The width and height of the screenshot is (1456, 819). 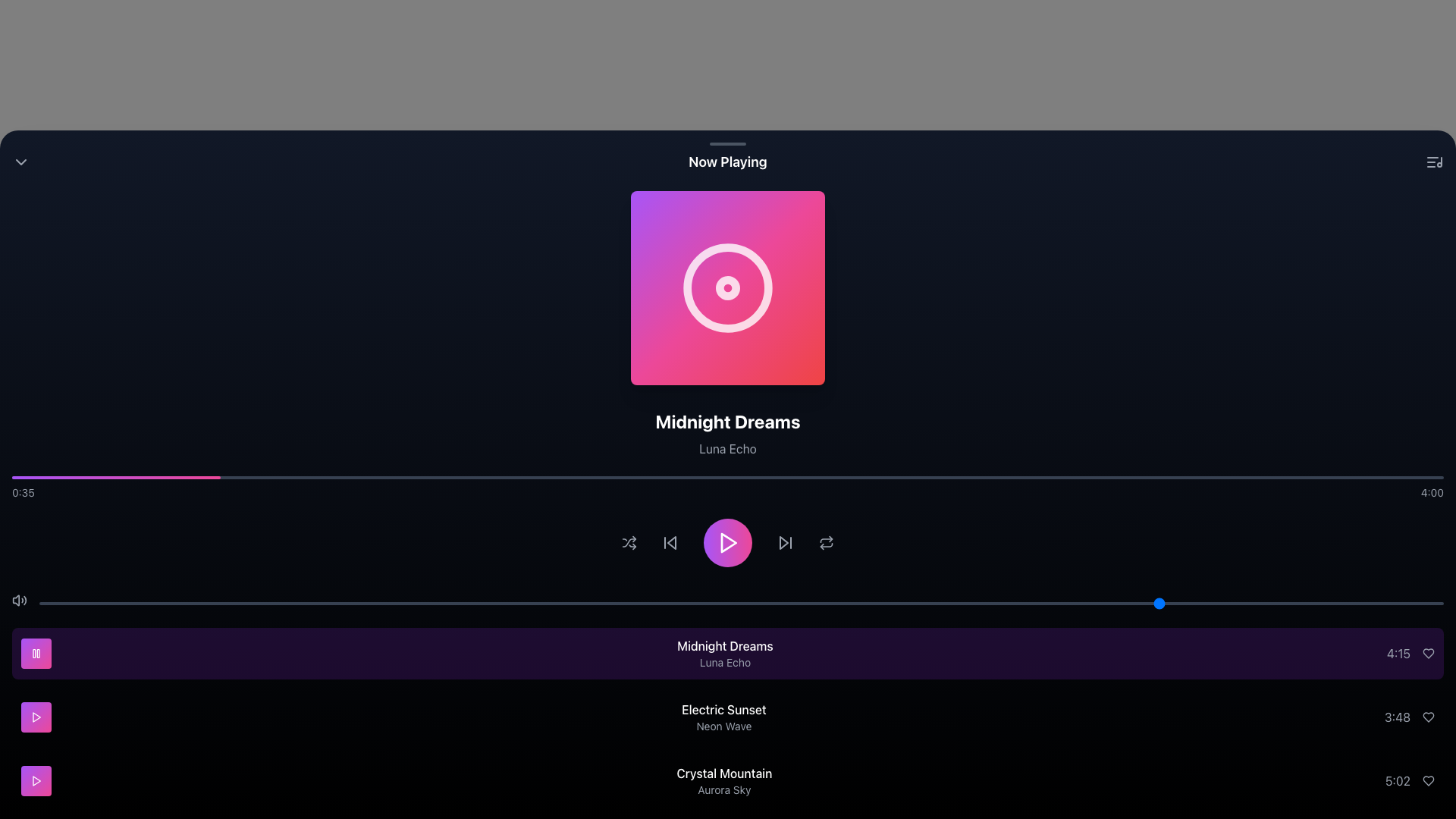 What do you see at coordinates (36, 717) in the screenshot?
I see `the play button icon, which is a triangle pointing to the right within a circular gradient background of purple to pink hues` at bounding box center [36, 717].